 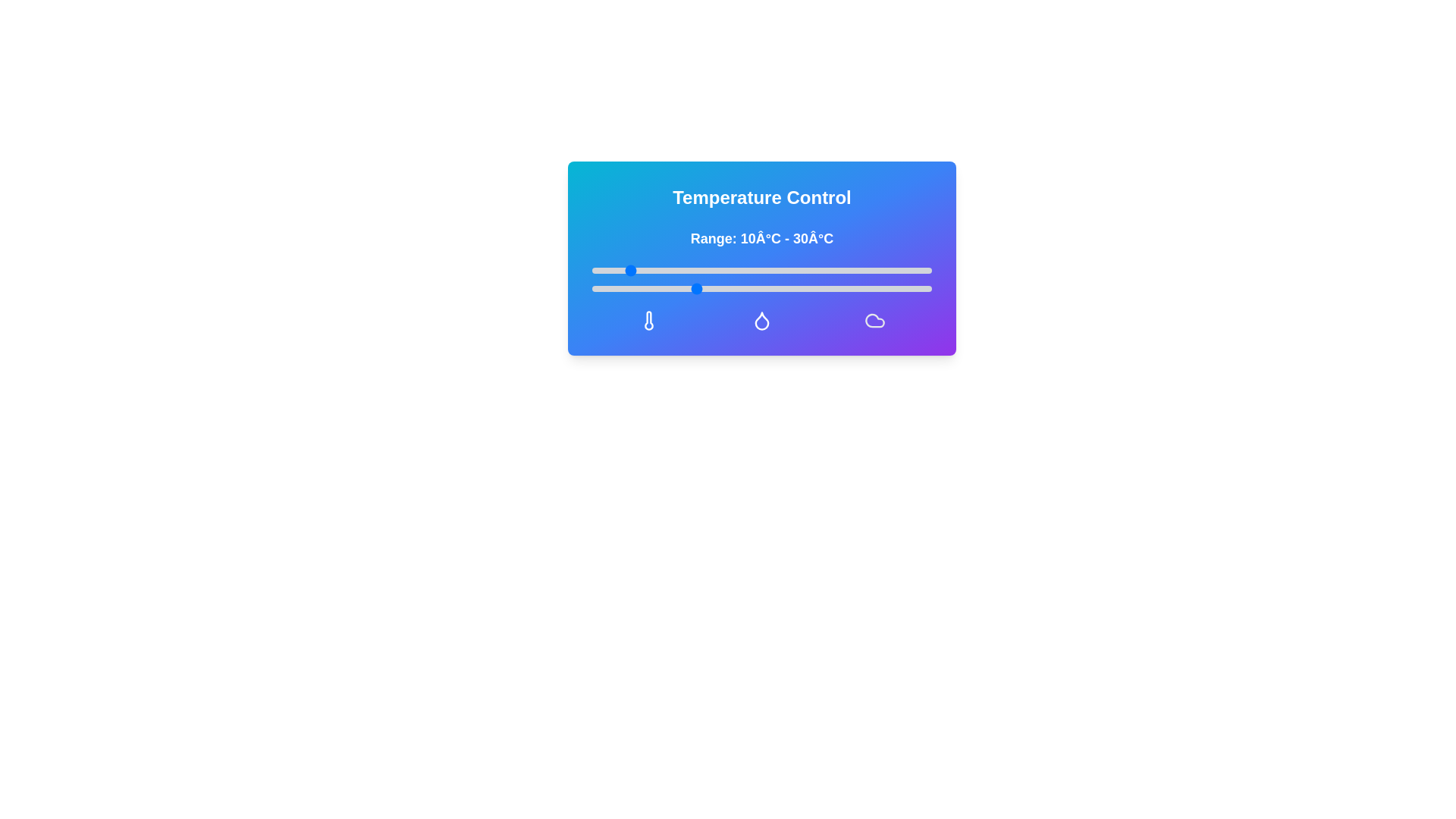 What do you see at coordinates (761, 239) in the screenshot?
I see `the text label displaying 'Range: 10°C - 30°C', which is prominently styled in white and located above the sliders in the Temperature Control section` at bounding box center [761, 239].